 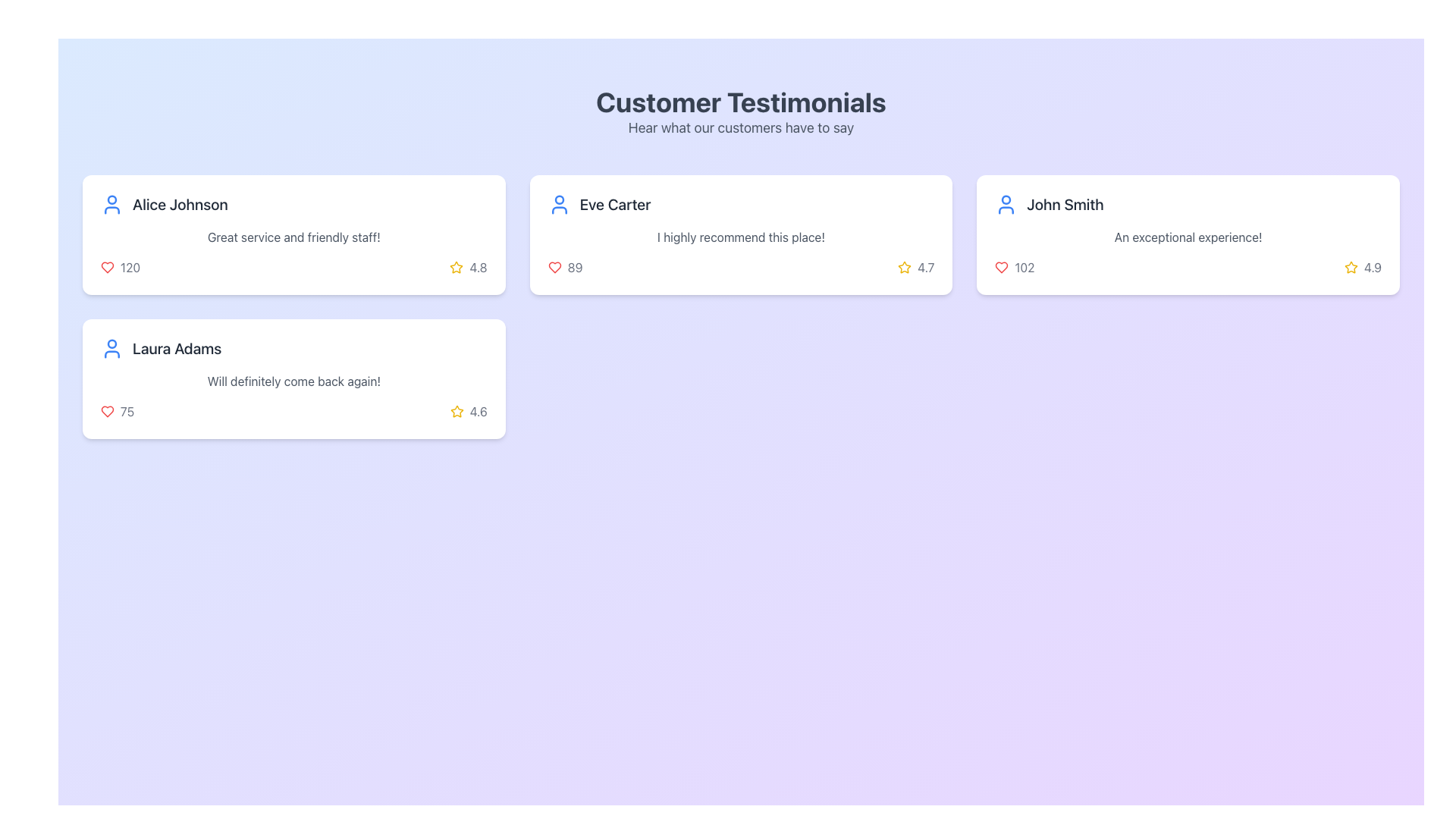 What do you see at coordinates (1363, 267) in the screenshot?
I see `rating display element featuring a yellow star icon and the numeric value '4.9' located at the bottom-right corner of the review card by 'John Smith'` at bounding box center [1363, 267].